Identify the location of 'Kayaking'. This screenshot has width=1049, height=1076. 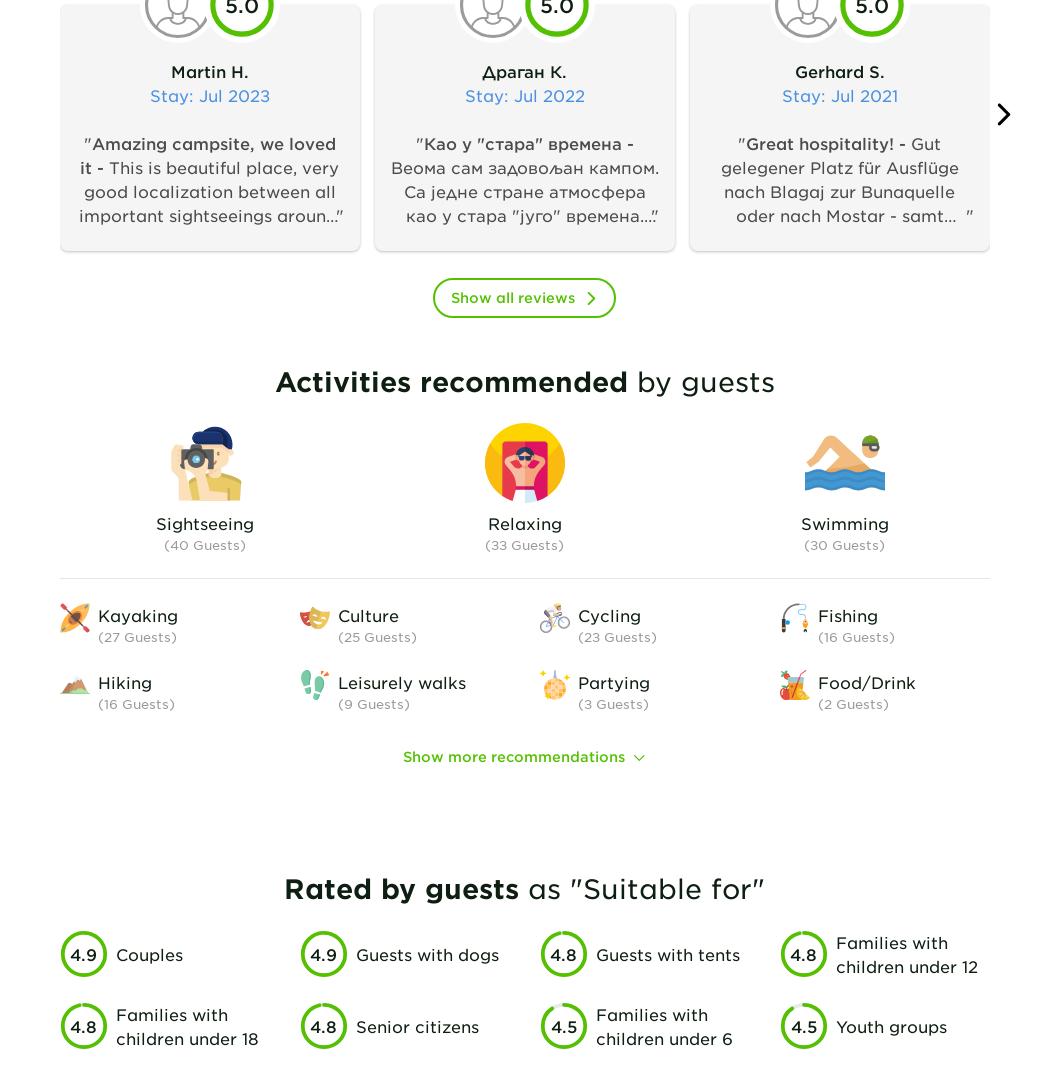
(136, 613).